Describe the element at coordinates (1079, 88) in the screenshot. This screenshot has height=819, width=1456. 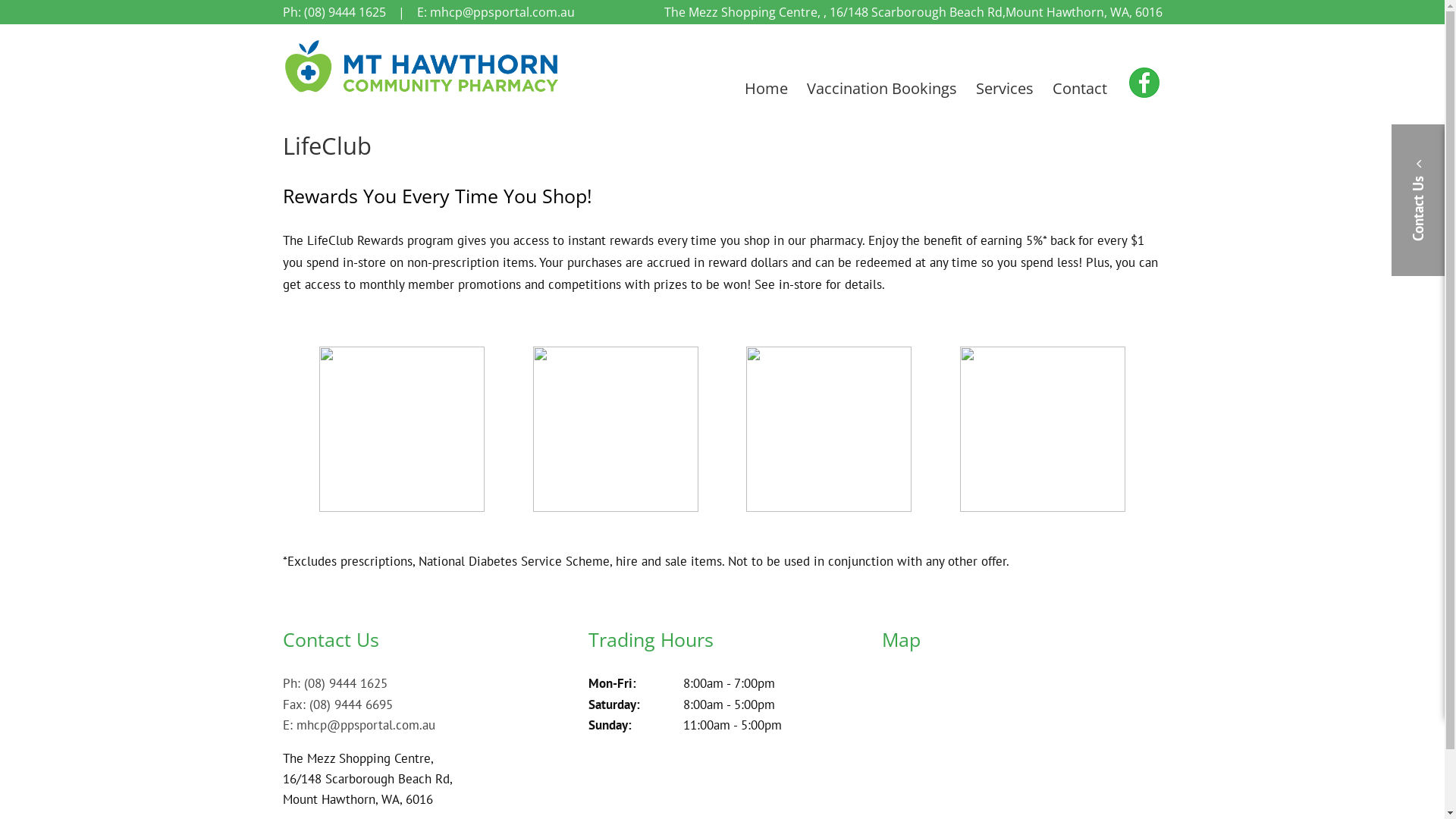
I see `'Contact'` at that location.